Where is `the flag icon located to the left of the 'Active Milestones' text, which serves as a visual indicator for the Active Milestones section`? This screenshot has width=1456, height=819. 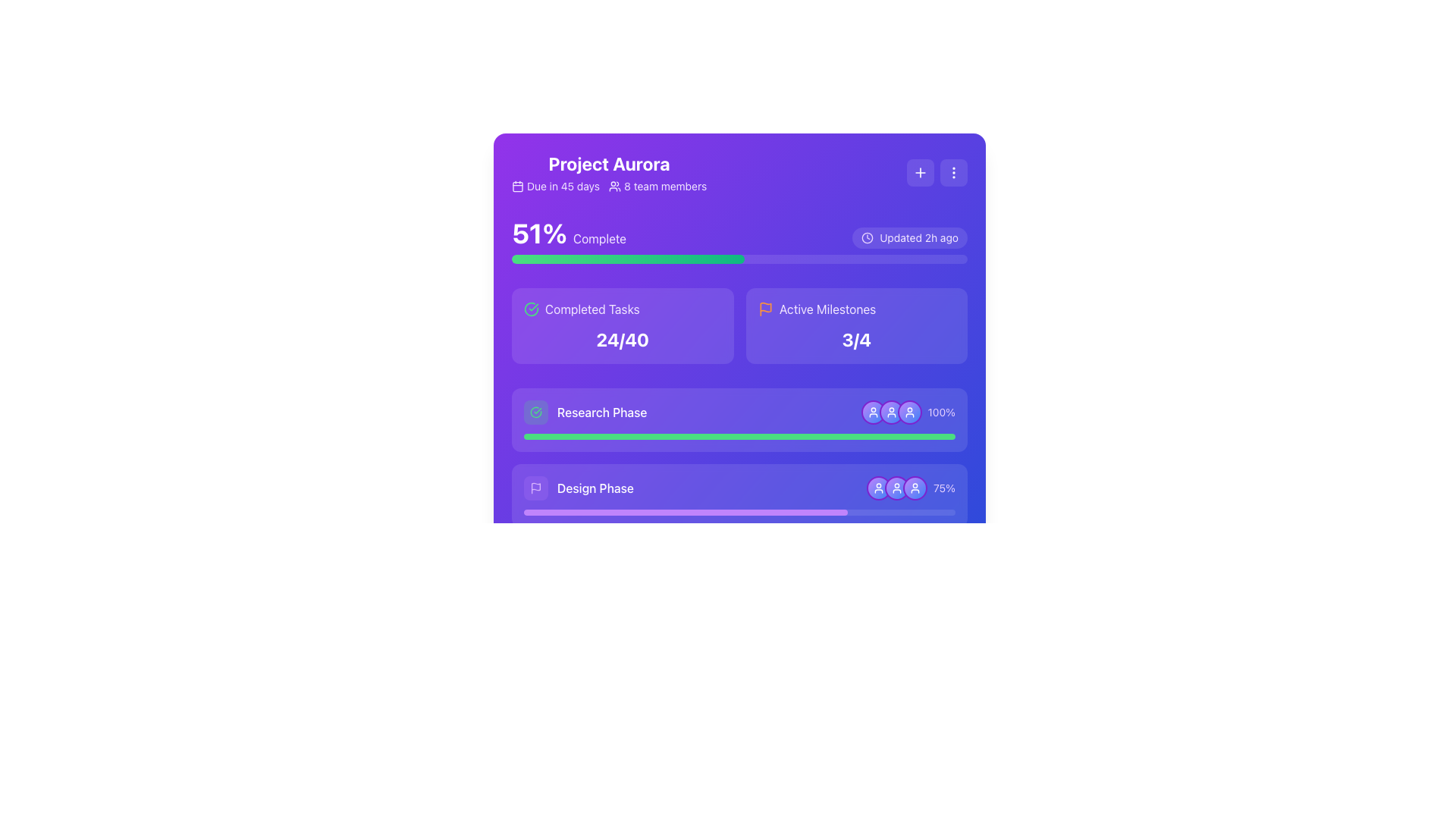
the flag icon located to the left of the 'Active Milestones' text, which serves as a visual indicator for the Active Milestones section is located at coordinates (765, 309).